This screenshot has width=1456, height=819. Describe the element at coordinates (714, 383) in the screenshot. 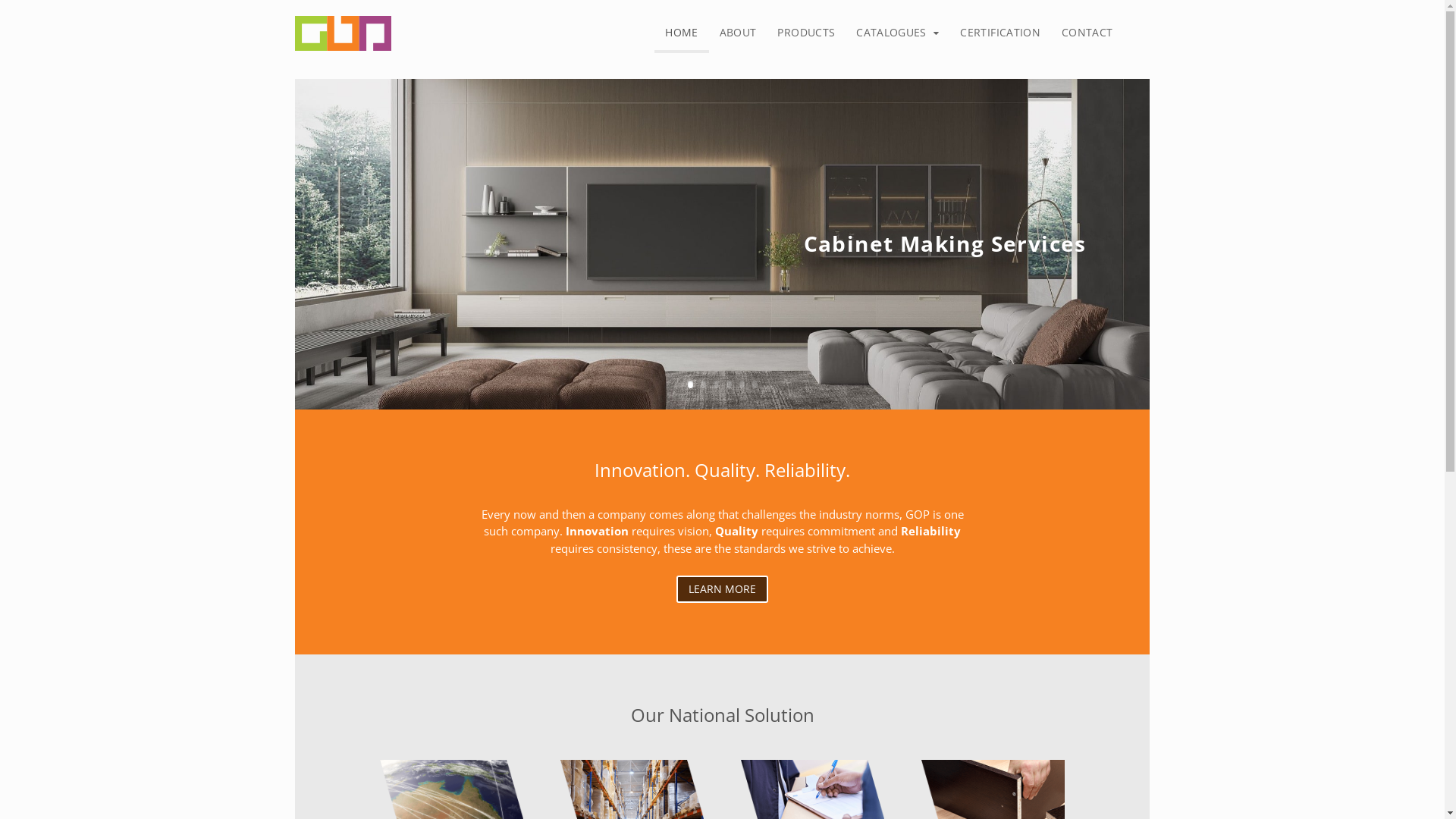

I see `'3'` at that location.